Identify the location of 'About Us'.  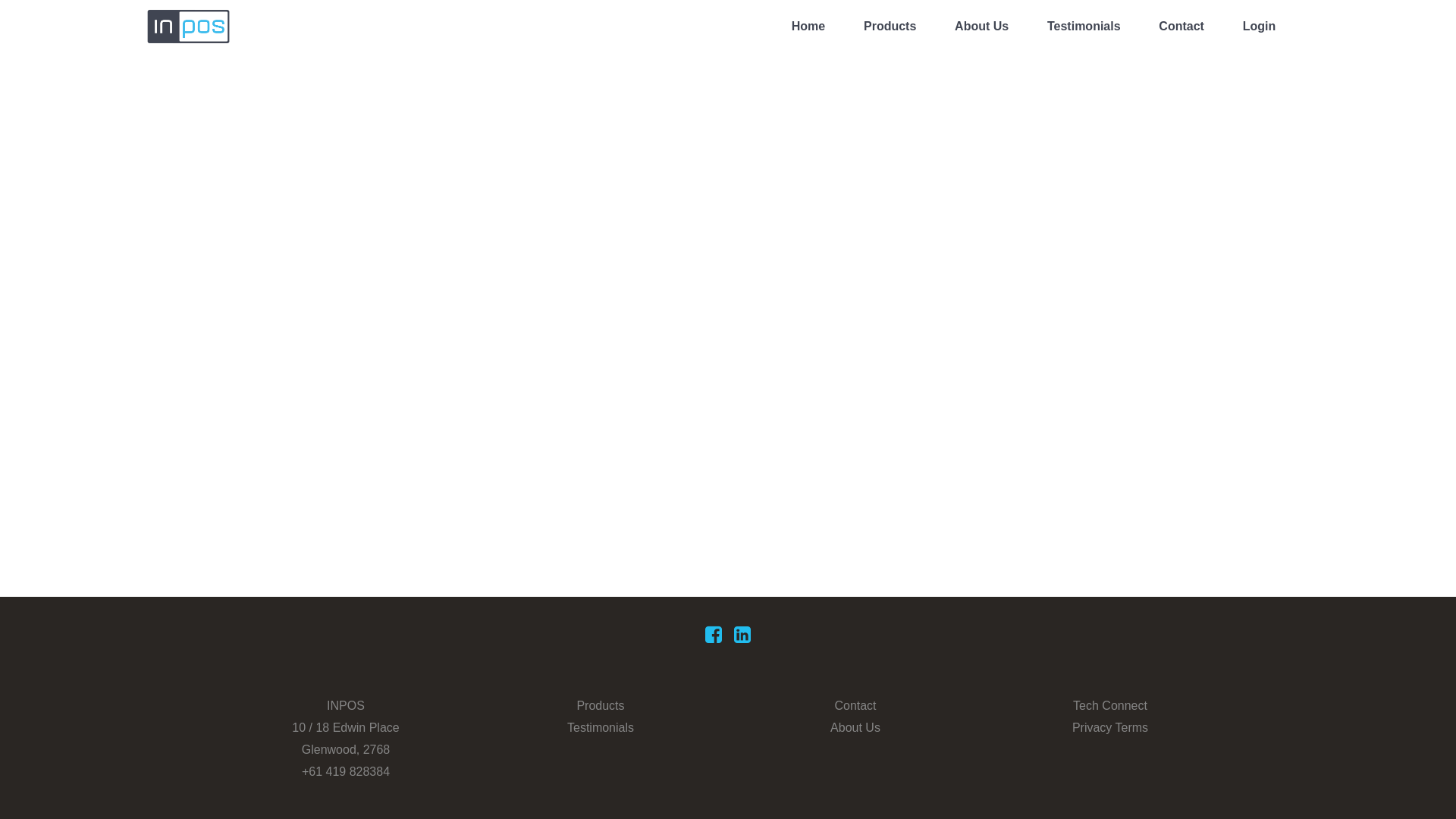
(855, 727).